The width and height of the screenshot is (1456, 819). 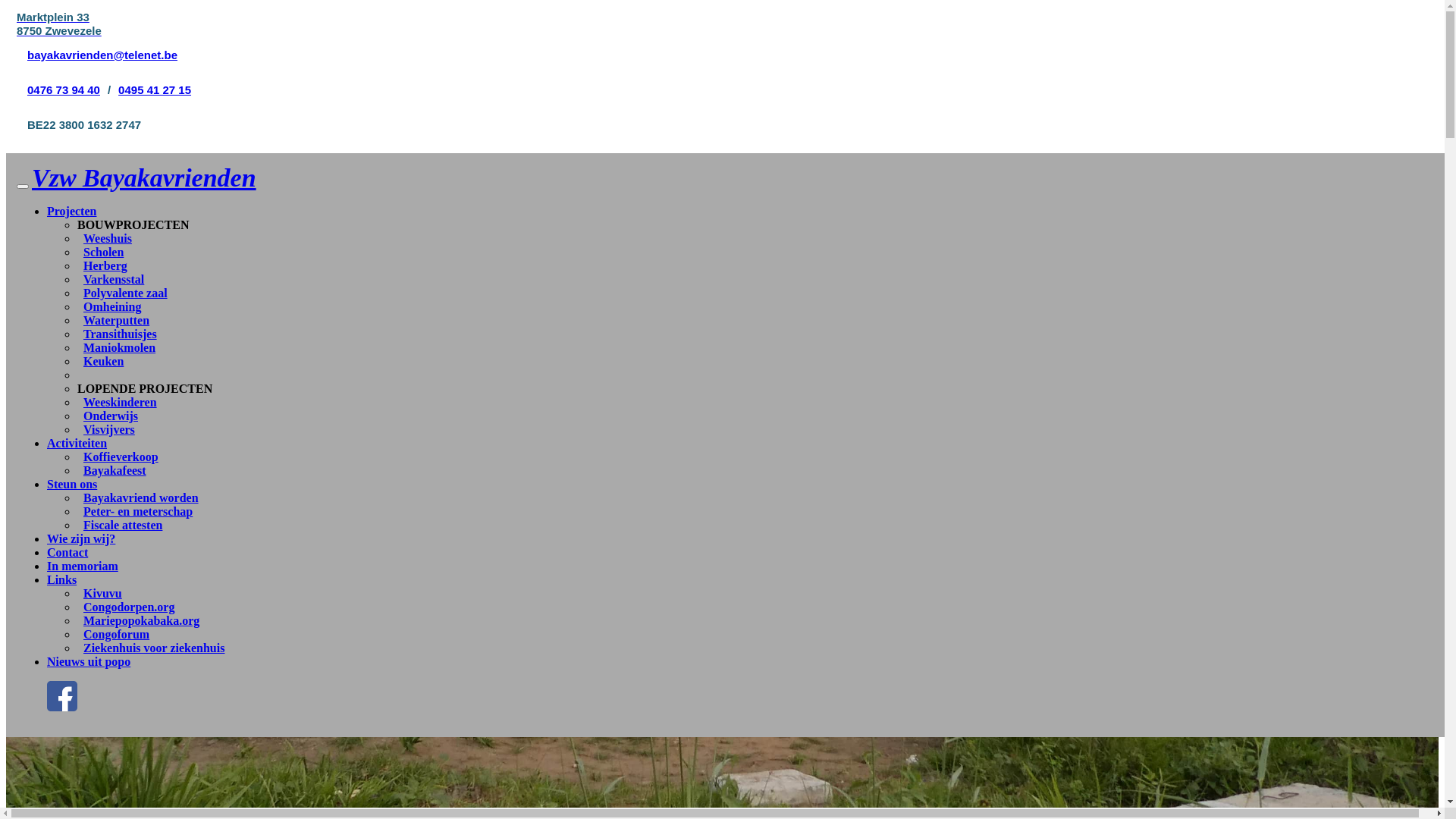 What do you see at coordinates (111, 469) in the screenshot?
I see `'Bayakafeest'` at bounding box center [111, 469].